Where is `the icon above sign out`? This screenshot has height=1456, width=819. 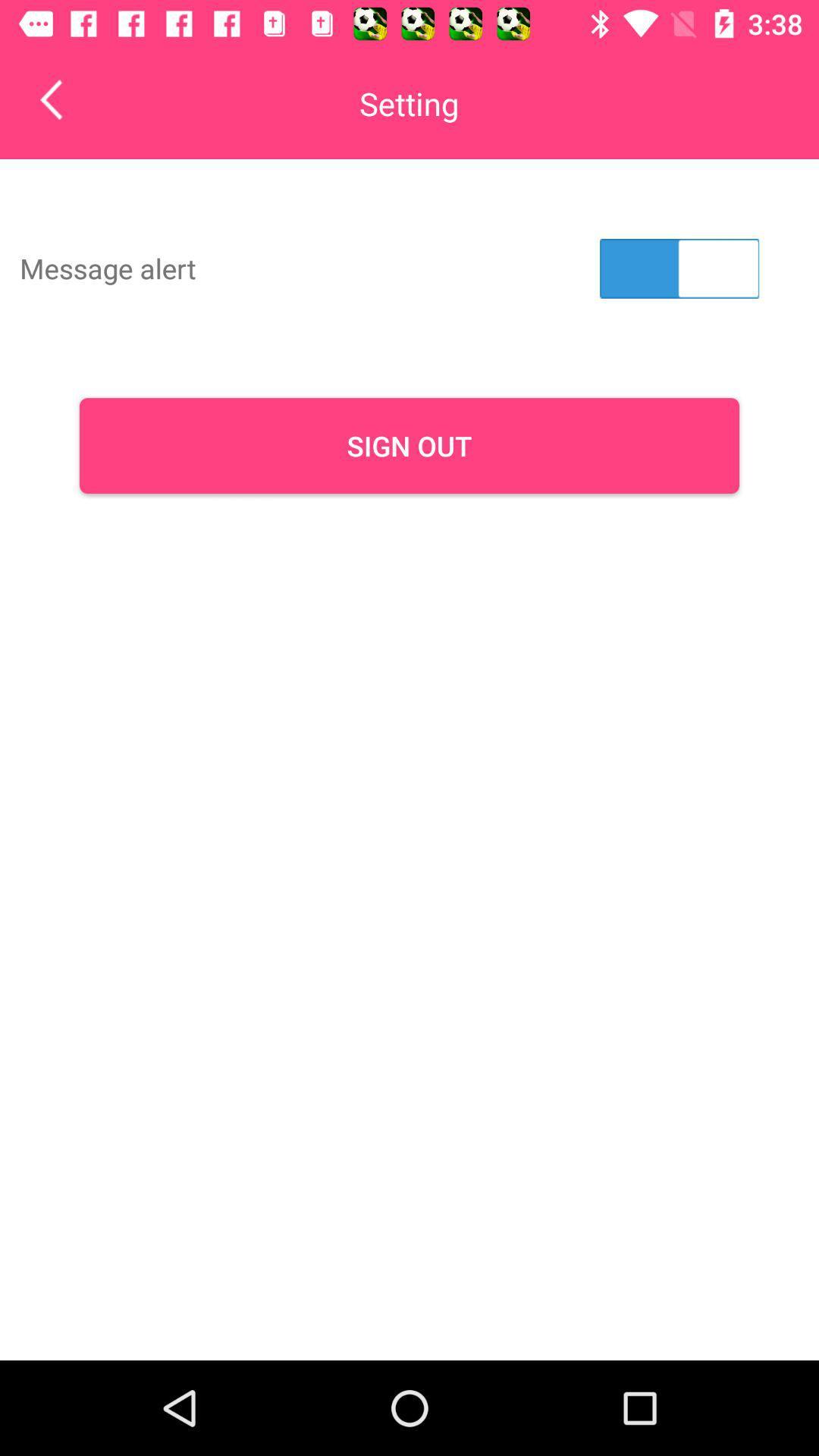
the icon above sign out is located at coordinates (679, 268).